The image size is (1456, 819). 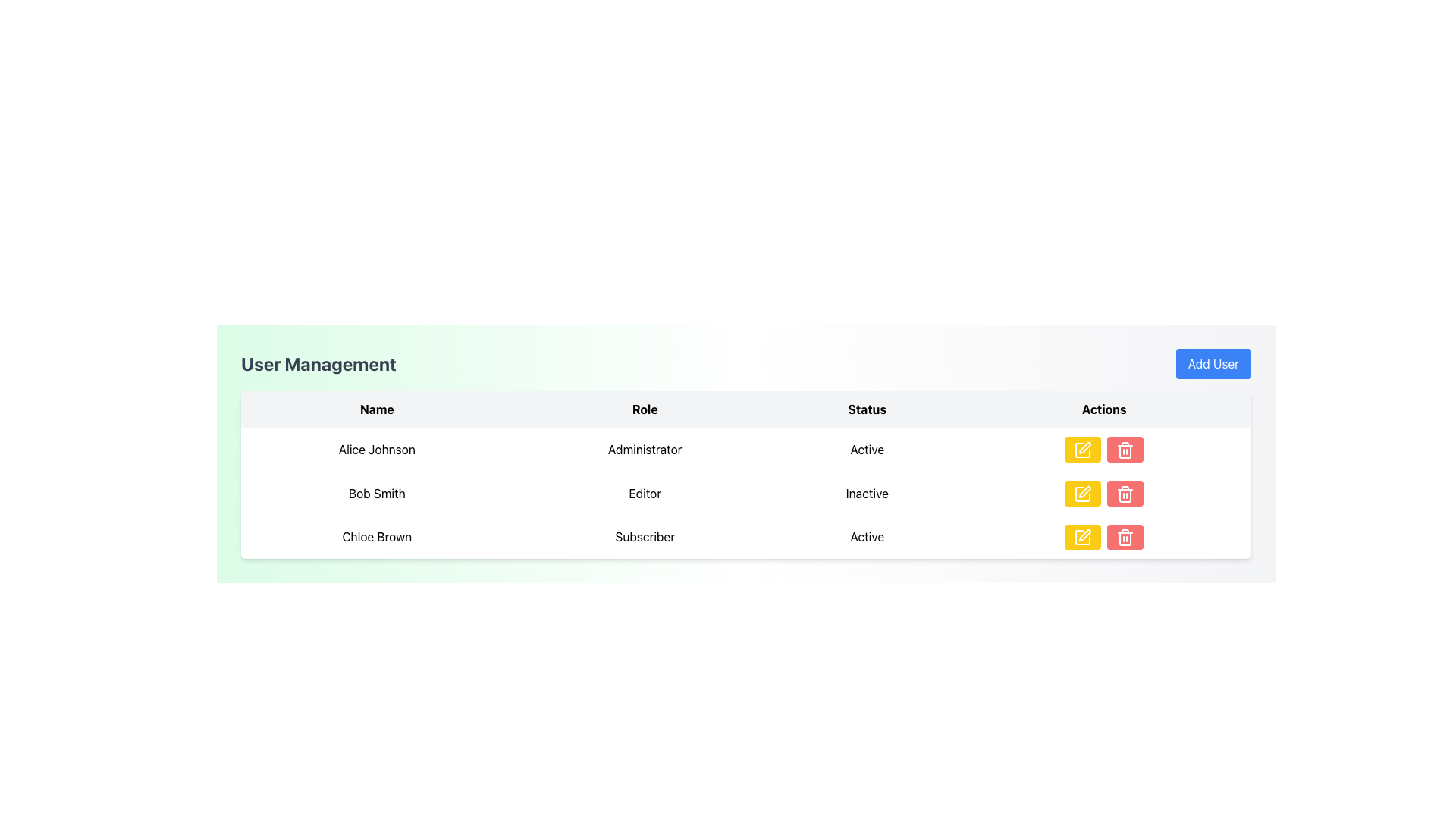 I want to click on the yellow edit button with a pencil icon located in the third row of the 'Actions' column to initiate editing, so click(x=1082, y=536).